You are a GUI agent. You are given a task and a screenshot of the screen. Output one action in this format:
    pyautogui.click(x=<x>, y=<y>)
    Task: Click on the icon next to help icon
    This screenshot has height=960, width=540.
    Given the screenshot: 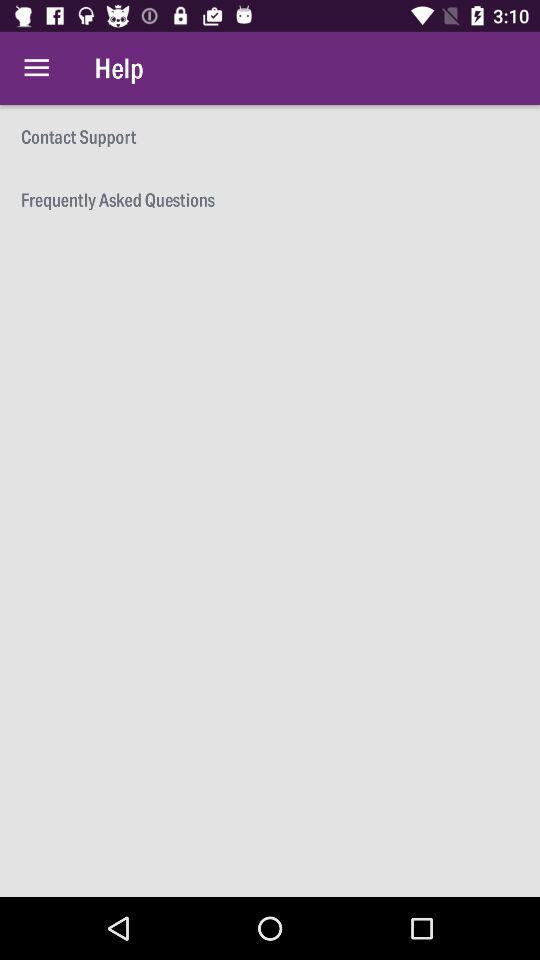 What is the action you would take?
    pyautogui.click(x=36, y=68)
    